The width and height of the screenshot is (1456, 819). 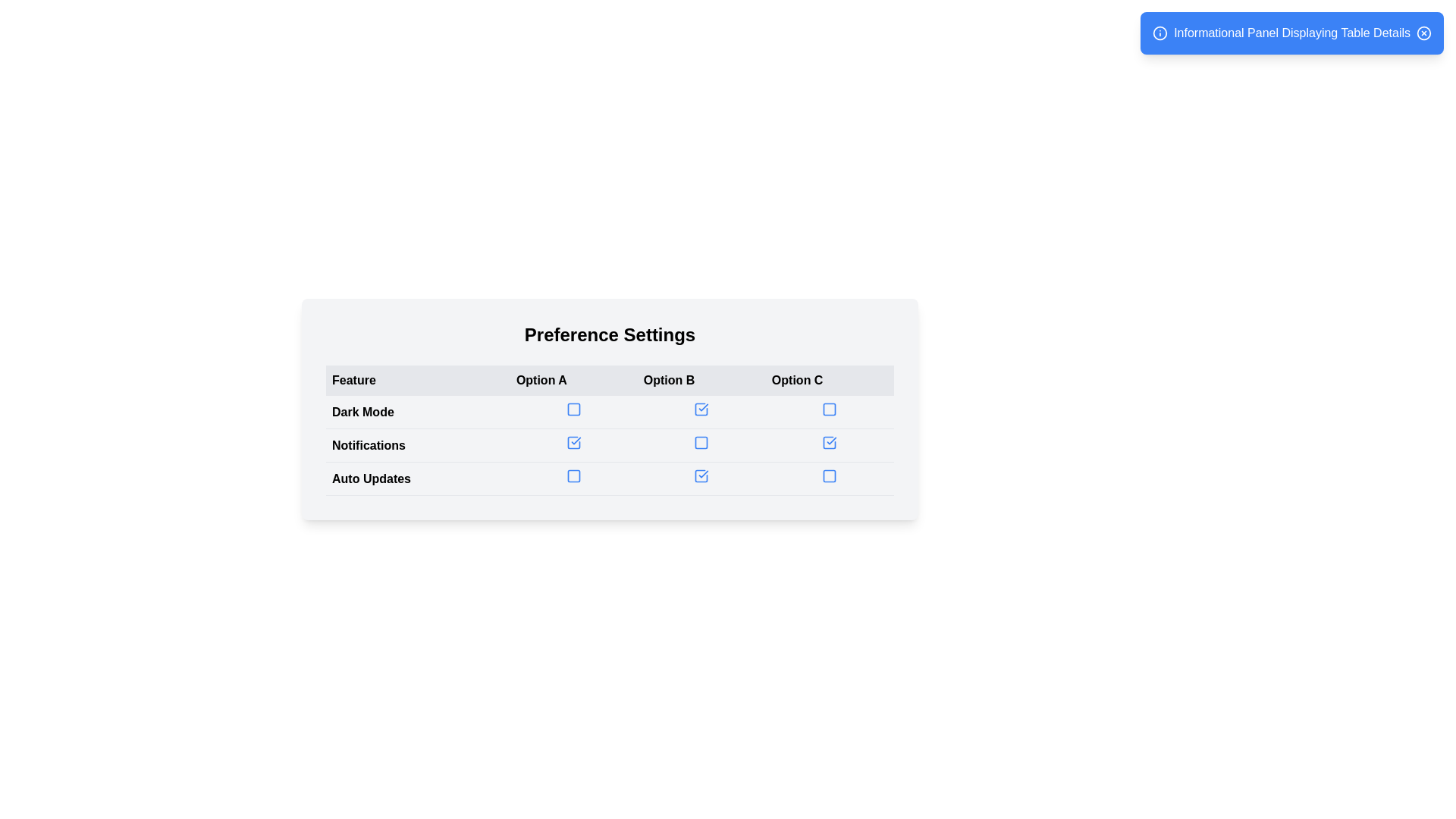 I want to click on the checkbox for 'Option A' under the 'Dark Mode' row in the 'Preference Settings', so click(x=573, y=412).